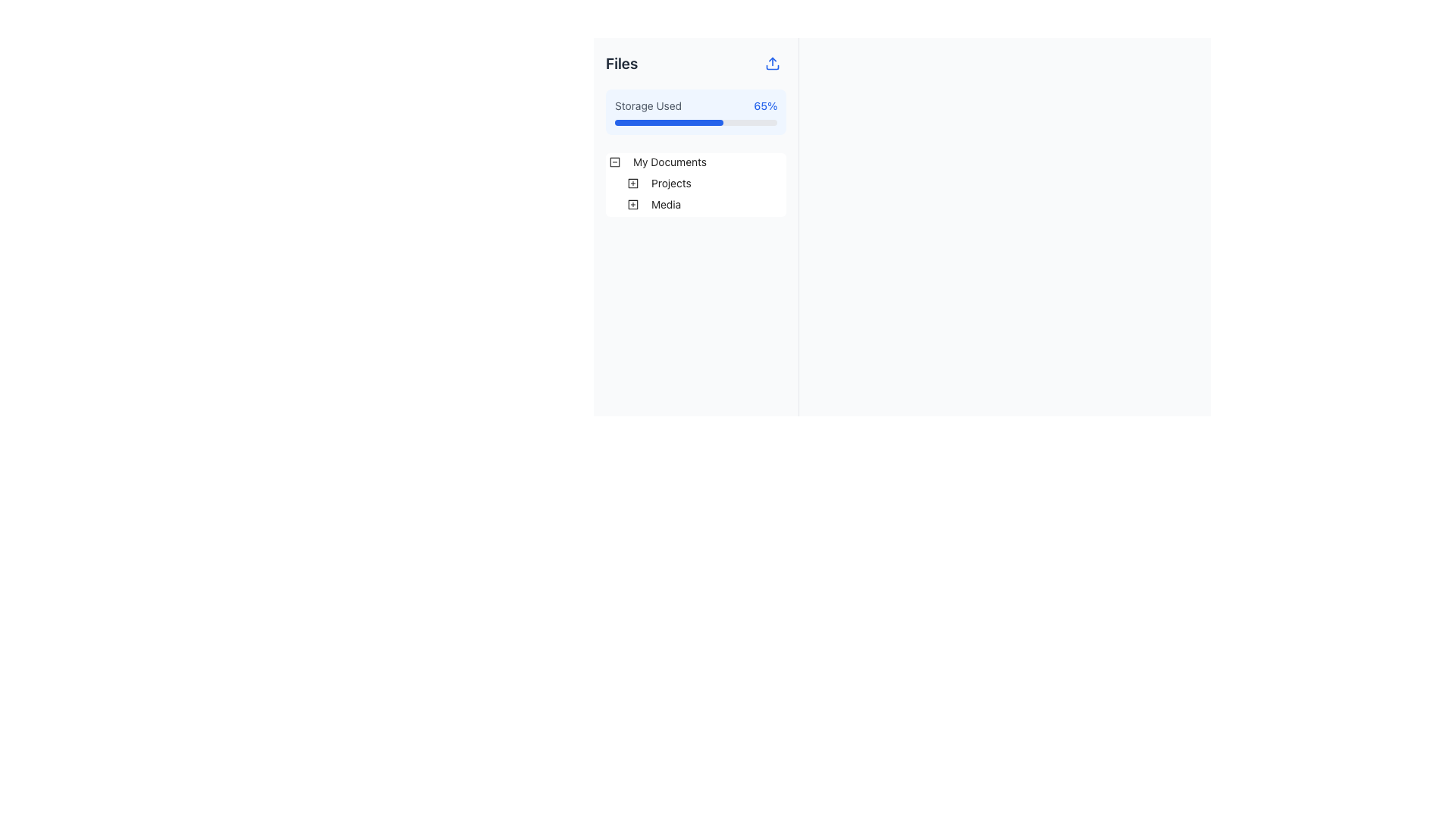 Image resolution: width=1456 pixels, height=819 pixels. I want to click on the Interactive expander icon, so click(633, 183).